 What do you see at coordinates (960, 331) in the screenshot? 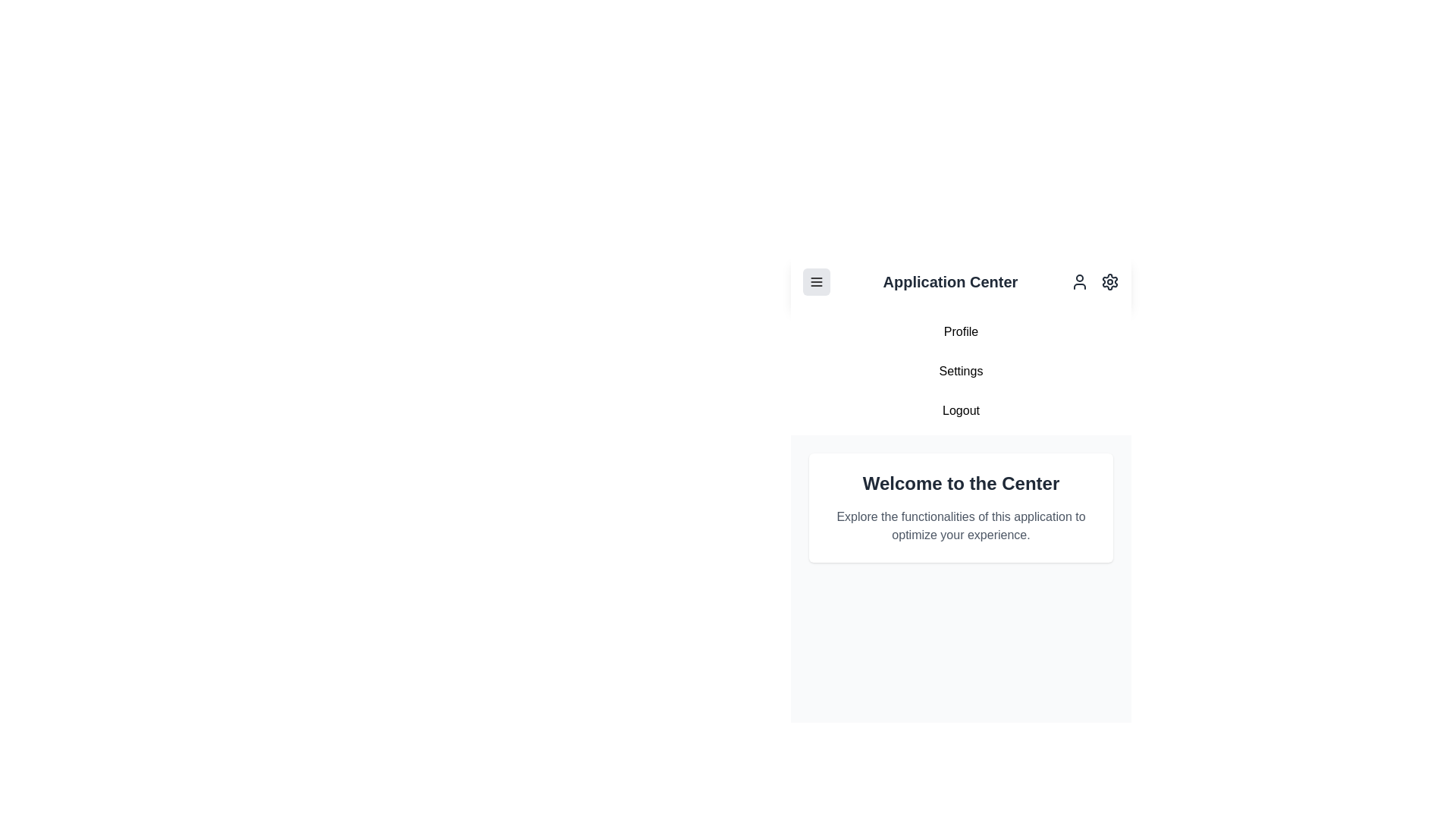
I see `the navigation menu item Profile` at bounding box center [960, 331].